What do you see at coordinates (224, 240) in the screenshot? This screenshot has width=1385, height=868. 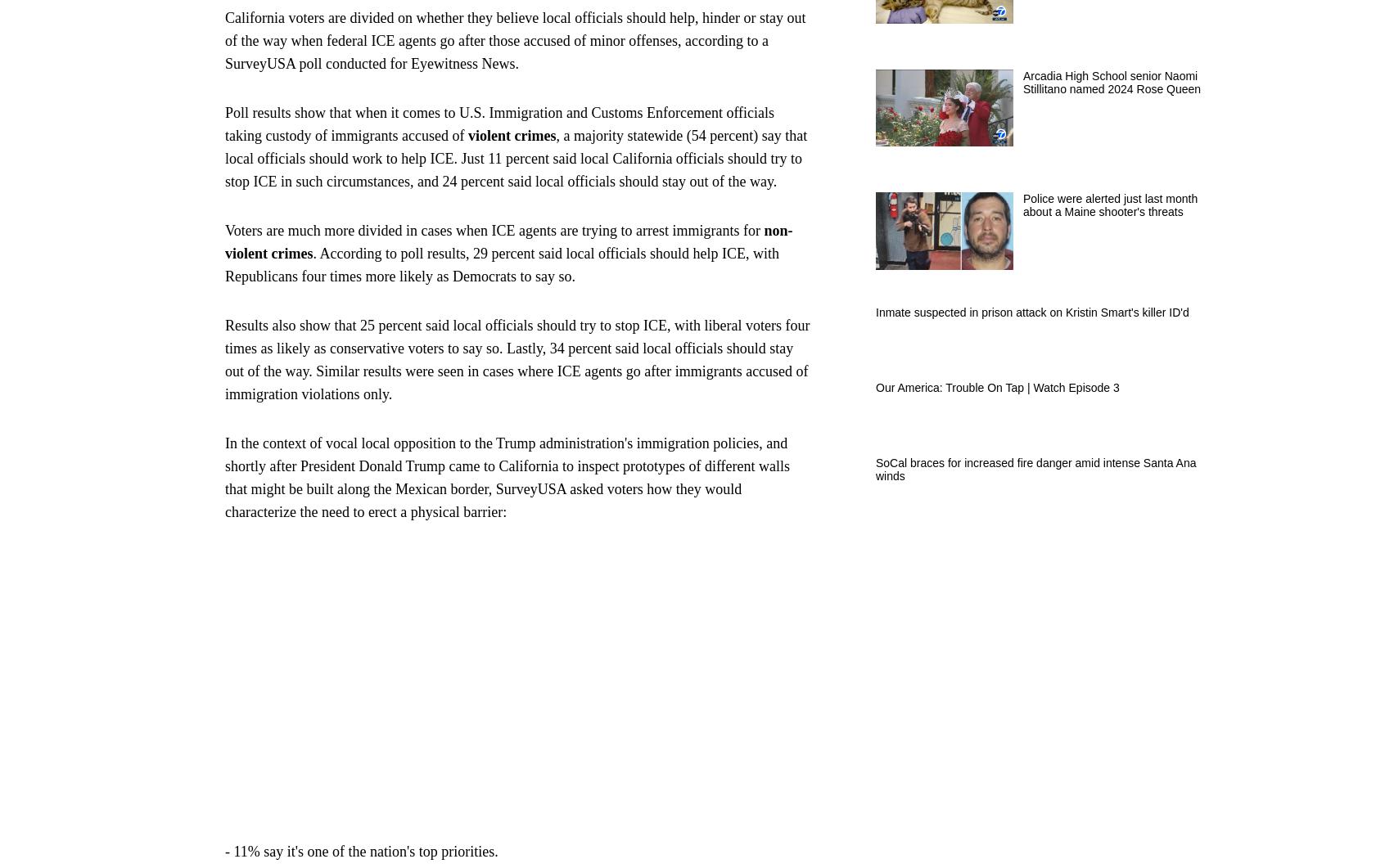 I see `'non-violent crimes'` at bounding box center [224, 240].